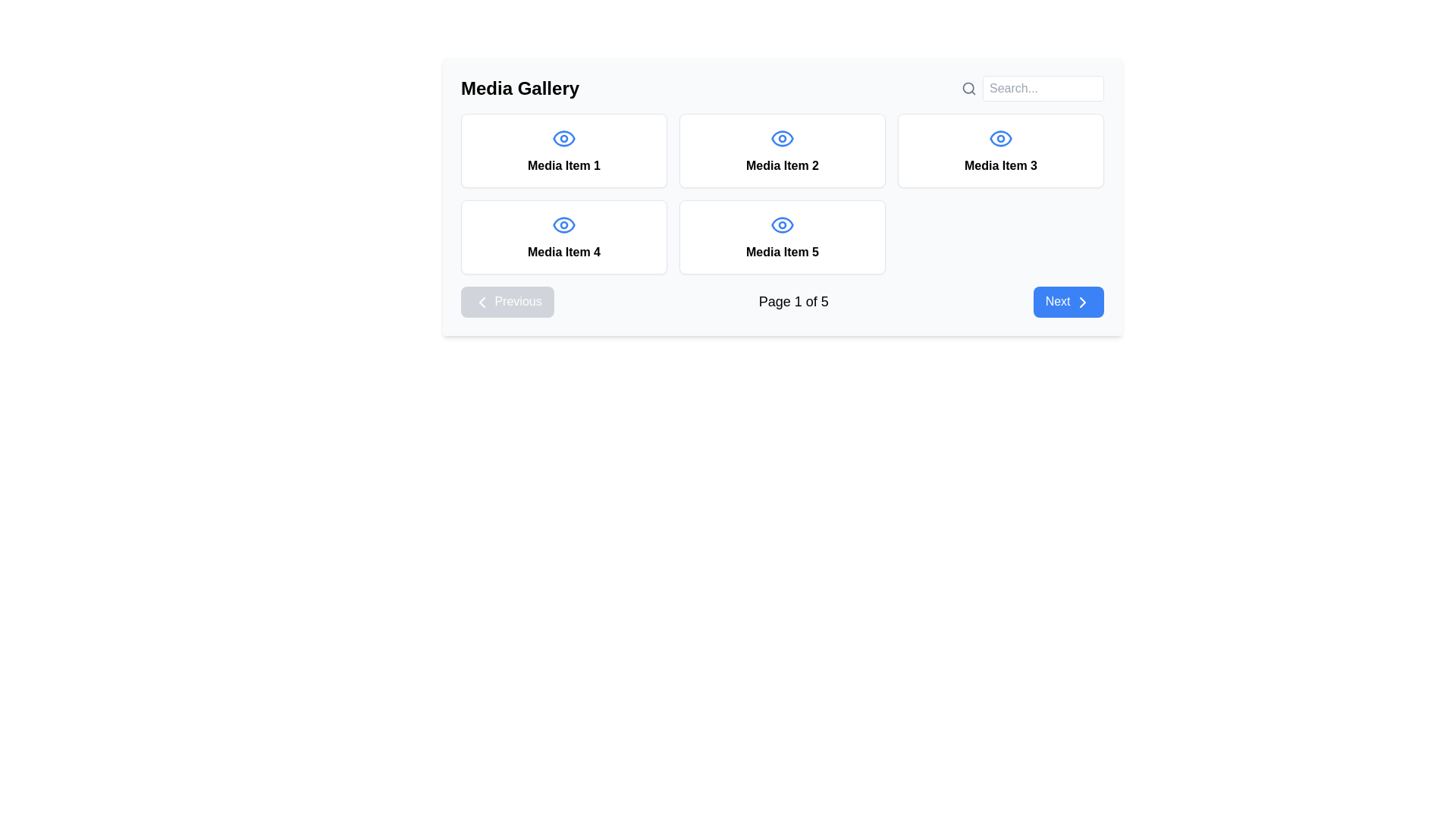 The width and height of the screenshot is (1456, 819). Describe the element at coordinates (783, 166) in the screenshot. I see `the text label 'Media Item 2' which serves as a title or identifier for its associated media card in the grid layout` at that location.